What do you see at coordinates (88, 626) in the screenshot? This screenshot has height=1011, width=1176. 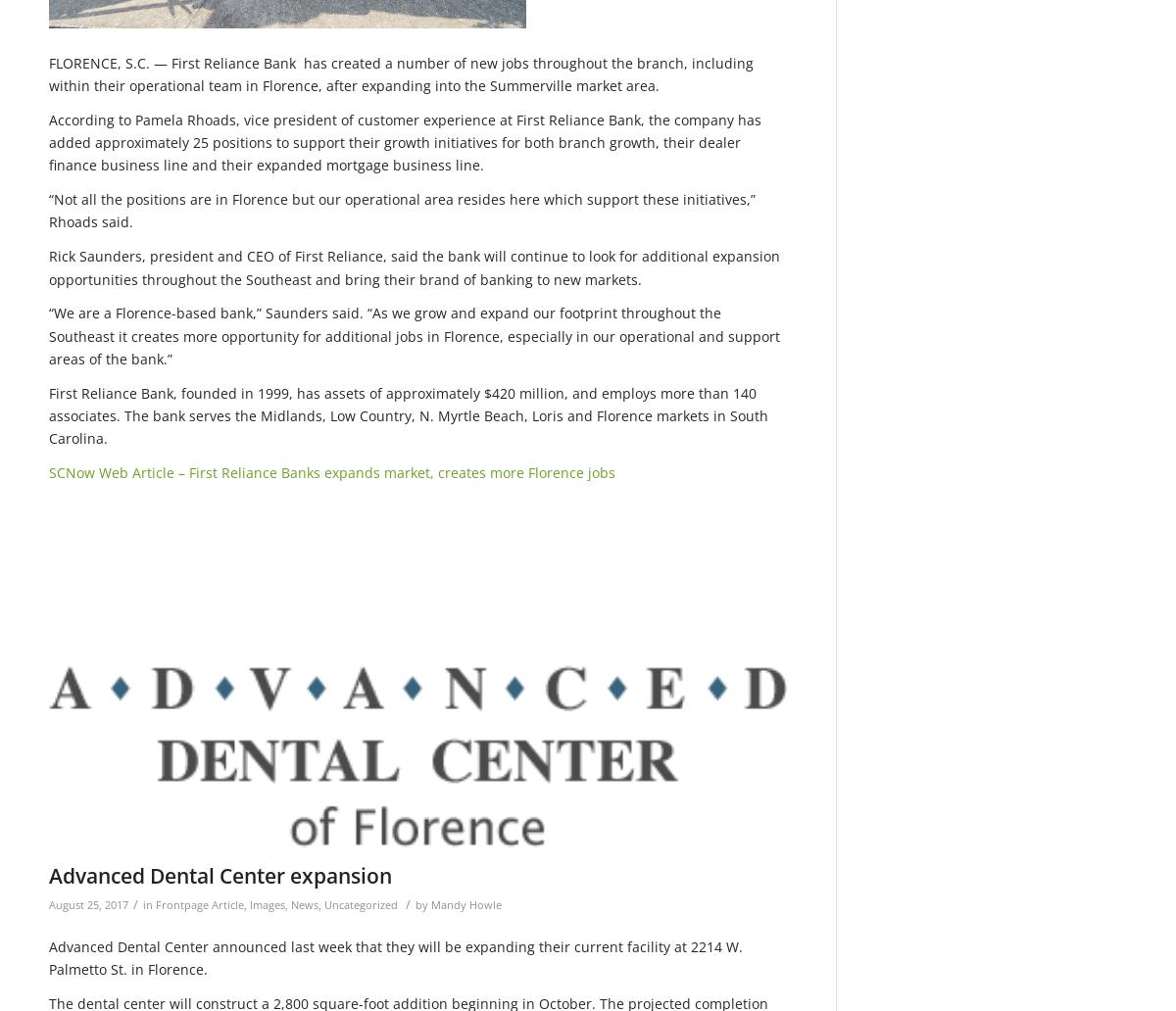 I see `'346'` at bounding box center [88, 626].